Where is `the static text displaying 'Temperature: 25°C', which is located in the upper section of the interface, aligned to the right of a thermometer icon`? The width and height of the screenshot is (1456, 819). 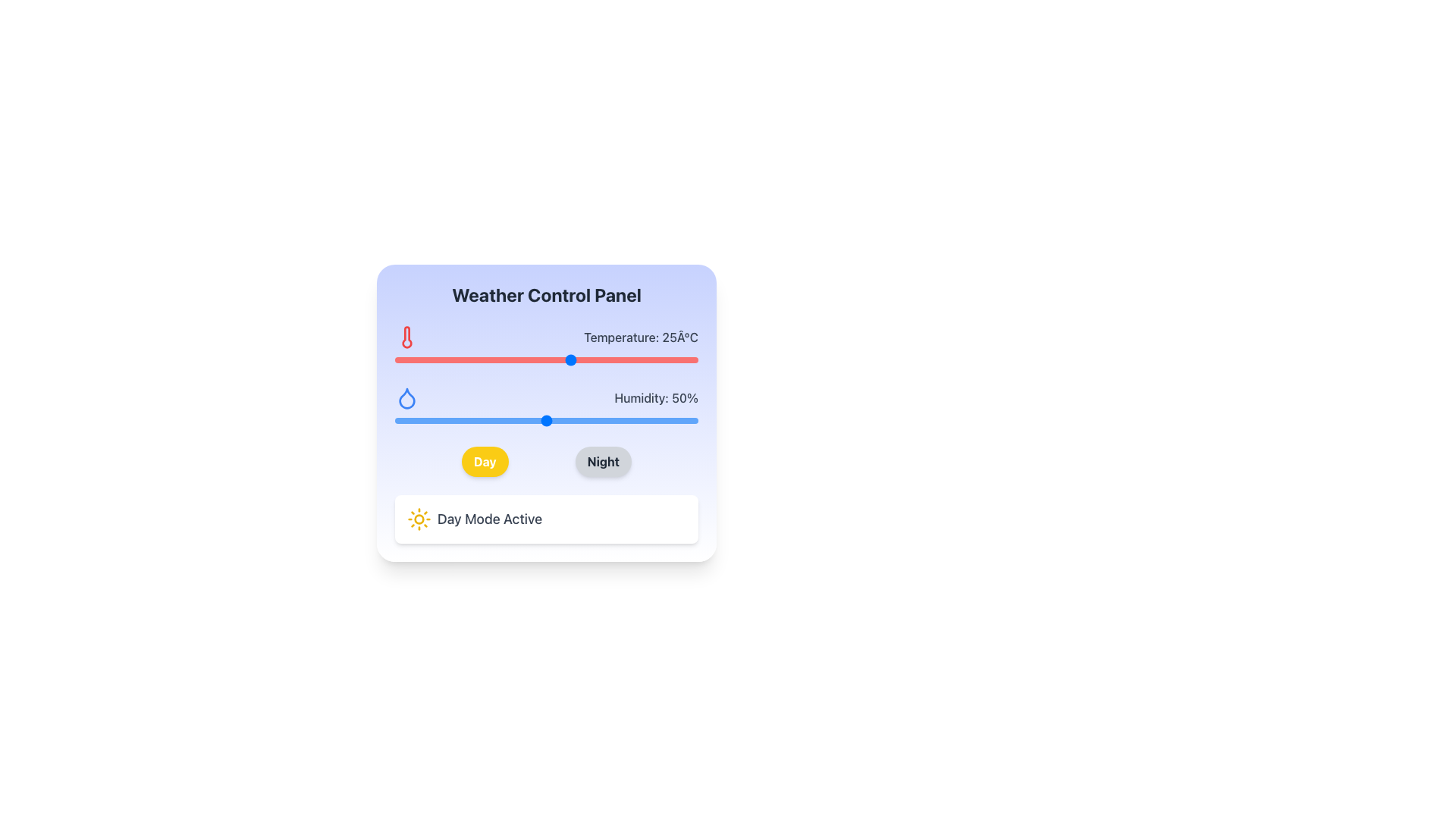
the static text displaying 'Temperature: 25°C', which is located in the upper section of the interface, aligned to the right of a thermometer icon is located at coordinates (641, 336).